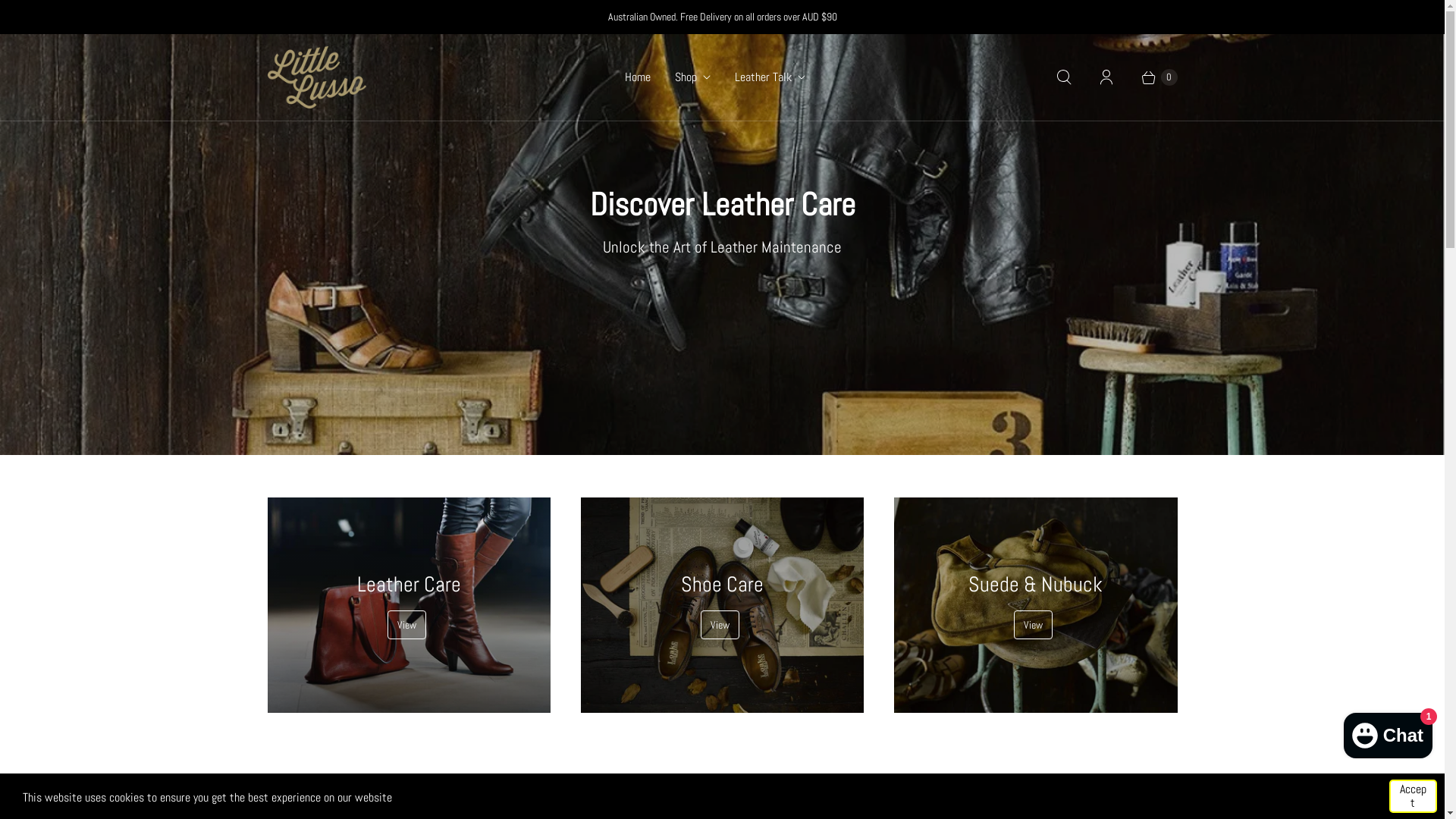 The image size is (1456, 819). What do you see at coordinates (1388, 731) in the screenshot?
I see `'Shopify online store chat'` at bounding box center [1388, 731].